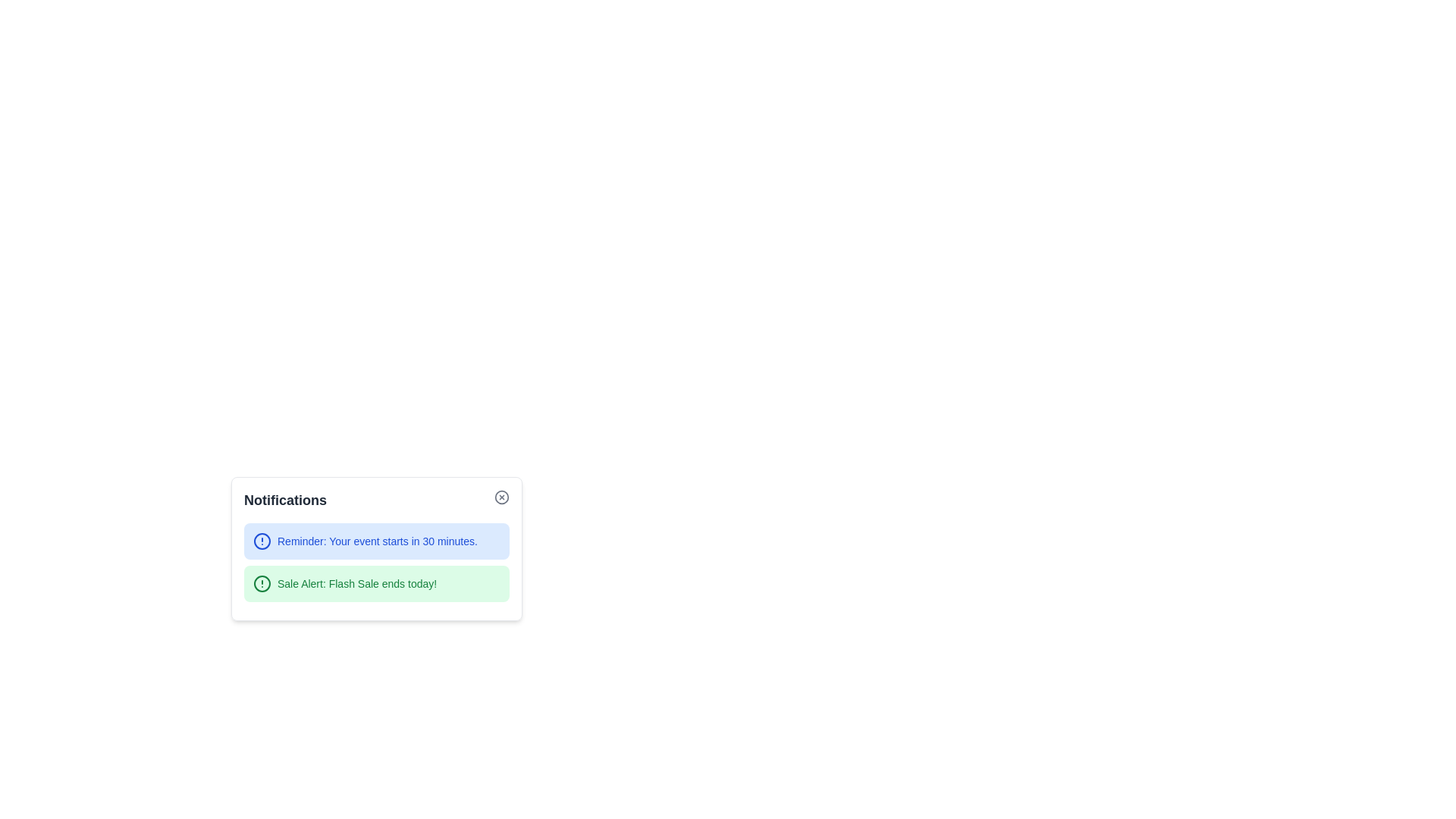 This screenshot has width=1456, height=819. What do you see at coordinates (502, 497) in the screenshot?
I see `the circular button with a cross icon adjacent to the 'Notifications' header` at bounding box center [502, 497].